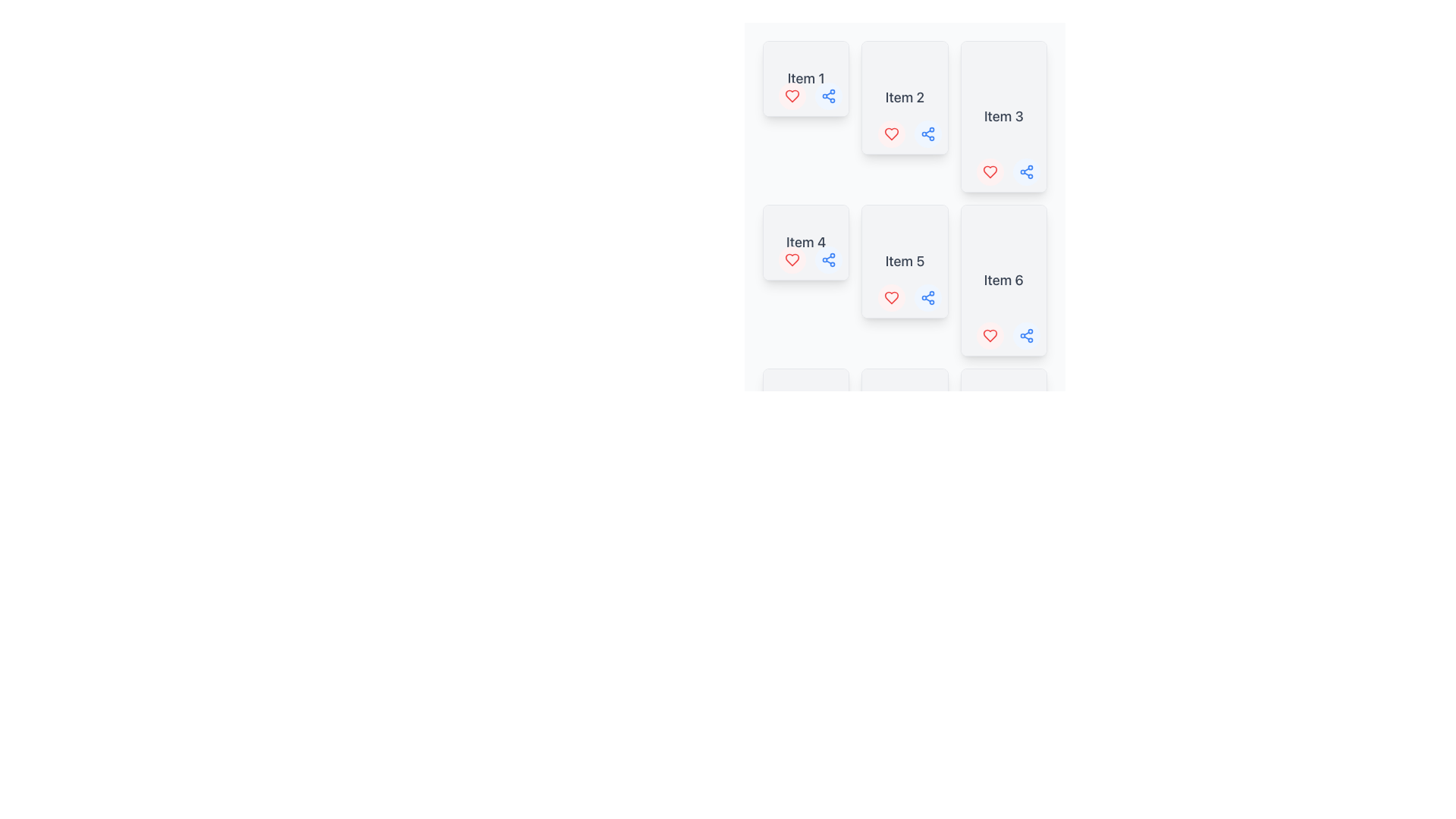  I want to click on the heart icon in the bottom-right corner of the card labeled 'Item 3' to like the item, so click(990, 171).